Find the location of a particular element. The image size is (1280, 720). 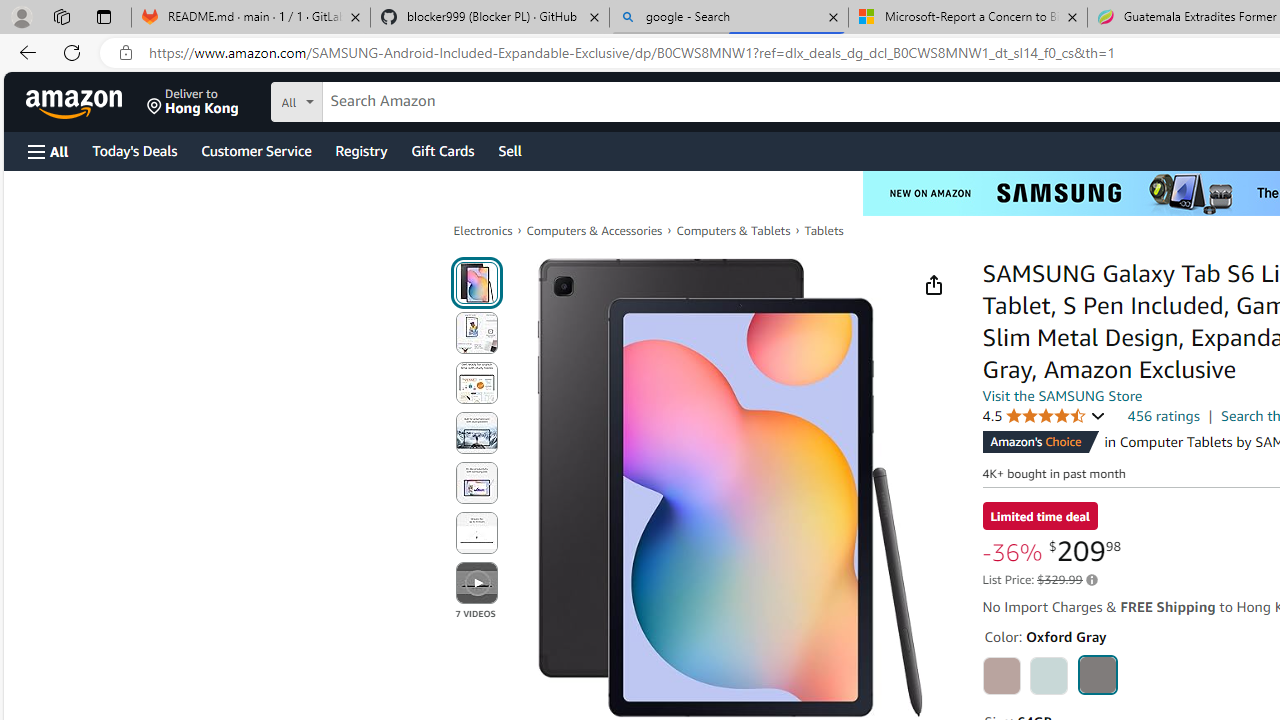

'Deliver to Hong Kong' is located at coordinates (193, 101).